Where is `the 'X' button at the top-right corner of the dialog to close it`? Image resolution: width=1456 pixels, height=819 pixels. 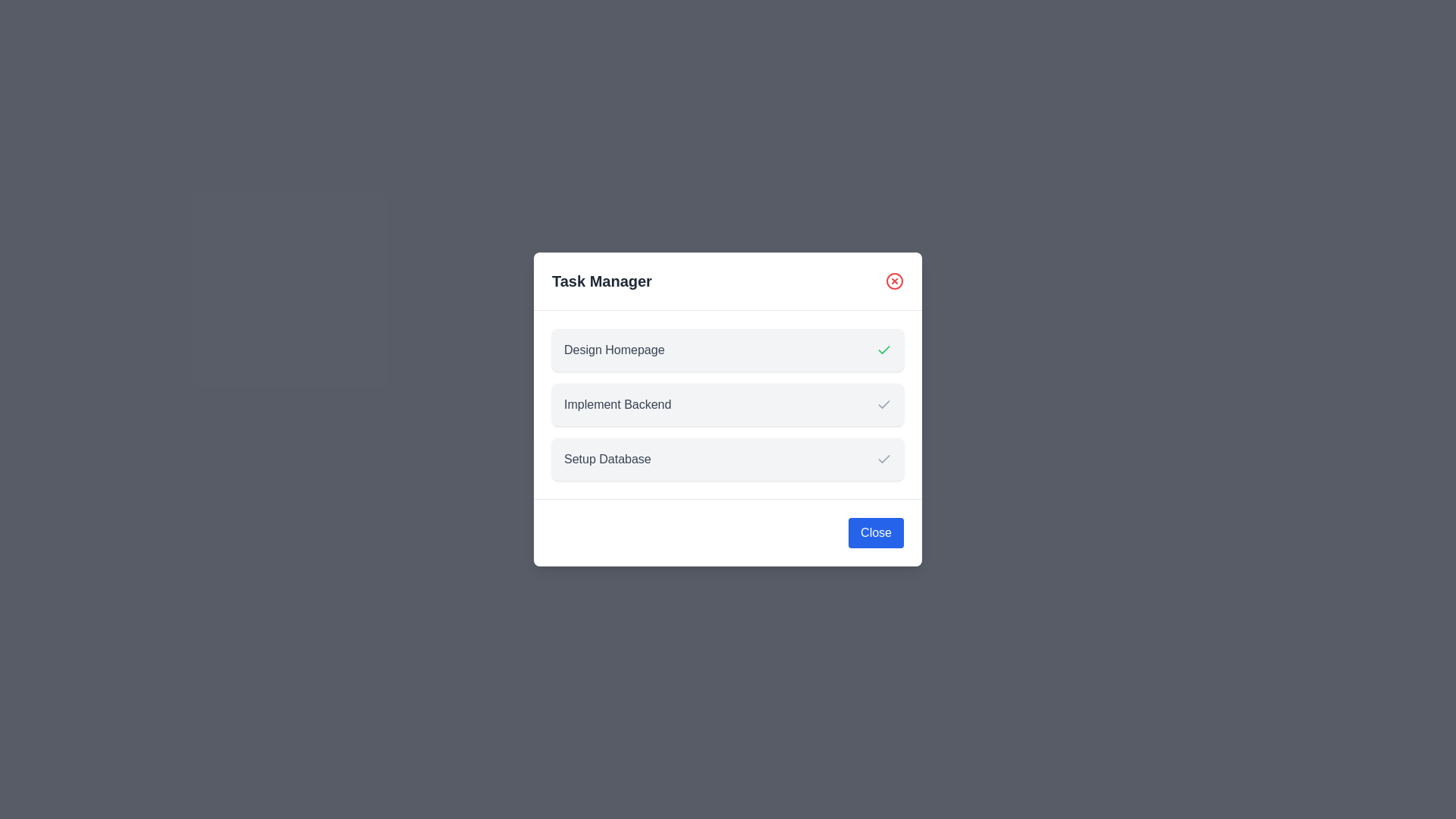
the 'X' button at the top-right corner of the dialog to close it is located at coordinates (895, 281).